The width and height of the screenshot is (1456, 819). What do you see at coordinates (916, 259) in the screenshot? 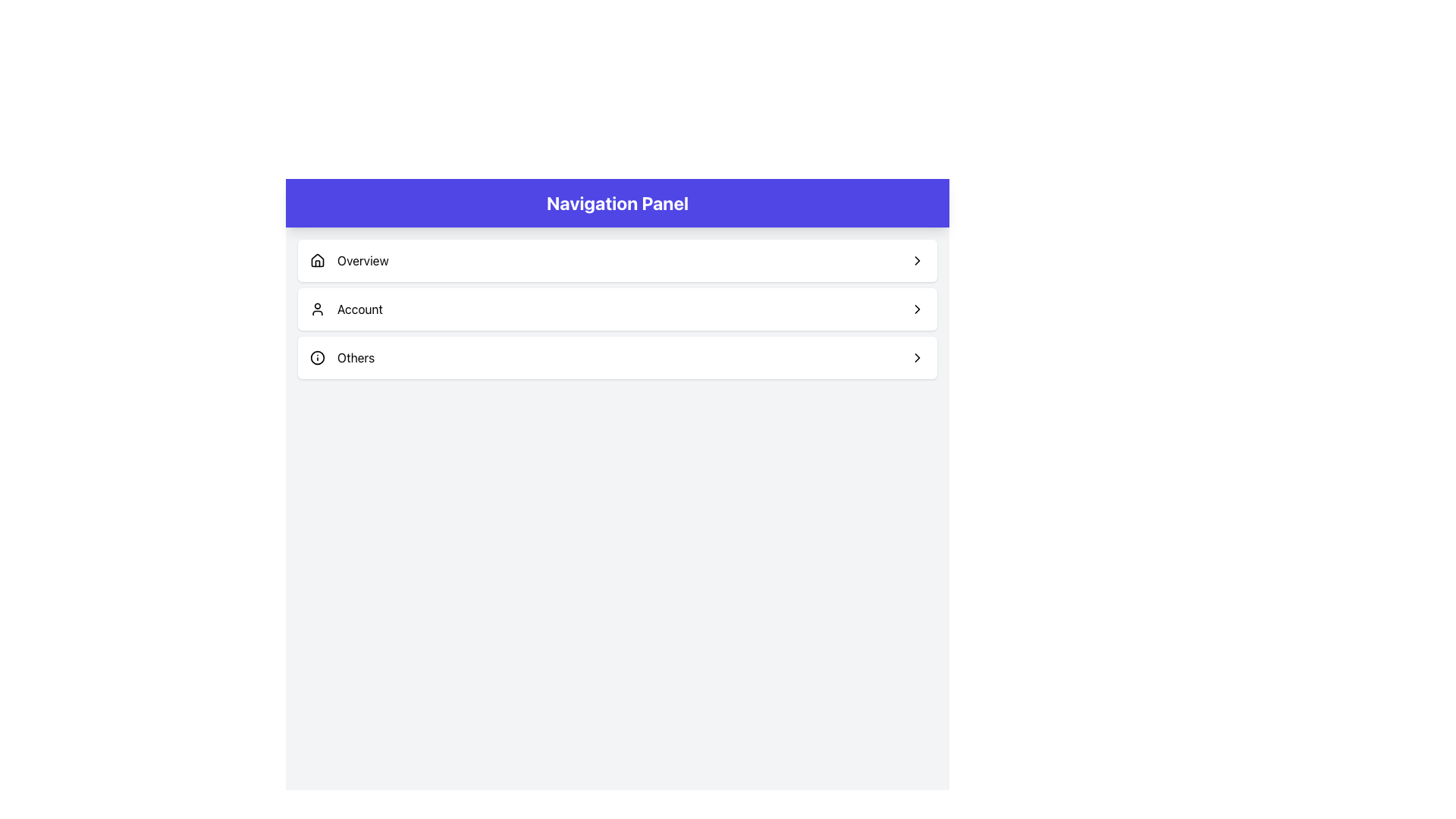
I see `the right-facing chevron arrow in the first row of the navigation list, which is styled as a vector graphic and located at the far right side of the row next to the 'Overview' text` at bounding box center [916, 259].